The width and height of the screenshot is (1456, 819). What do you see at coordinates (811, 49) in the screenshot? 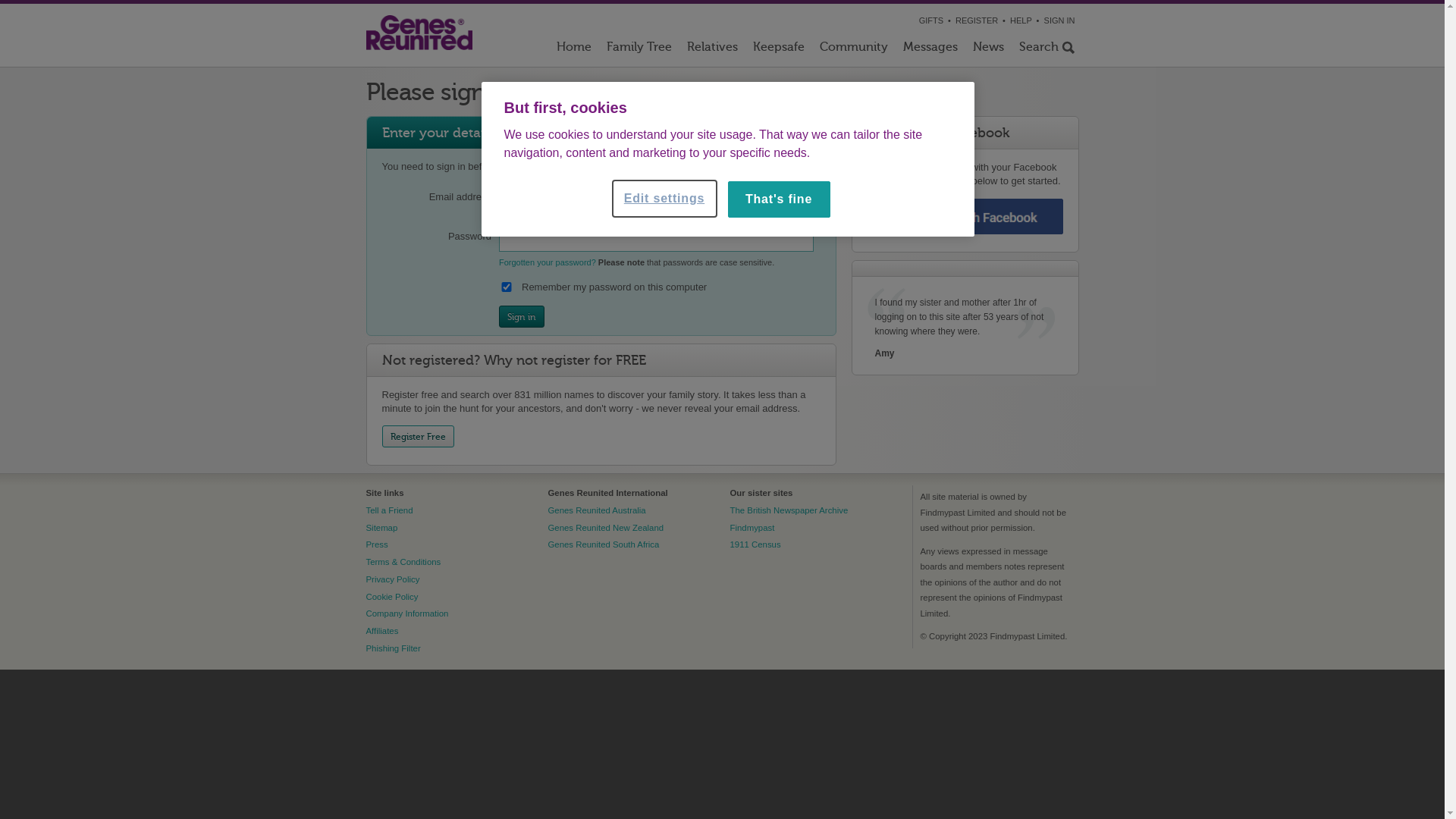
I see `'Community'` at bounding box center [811, 49].